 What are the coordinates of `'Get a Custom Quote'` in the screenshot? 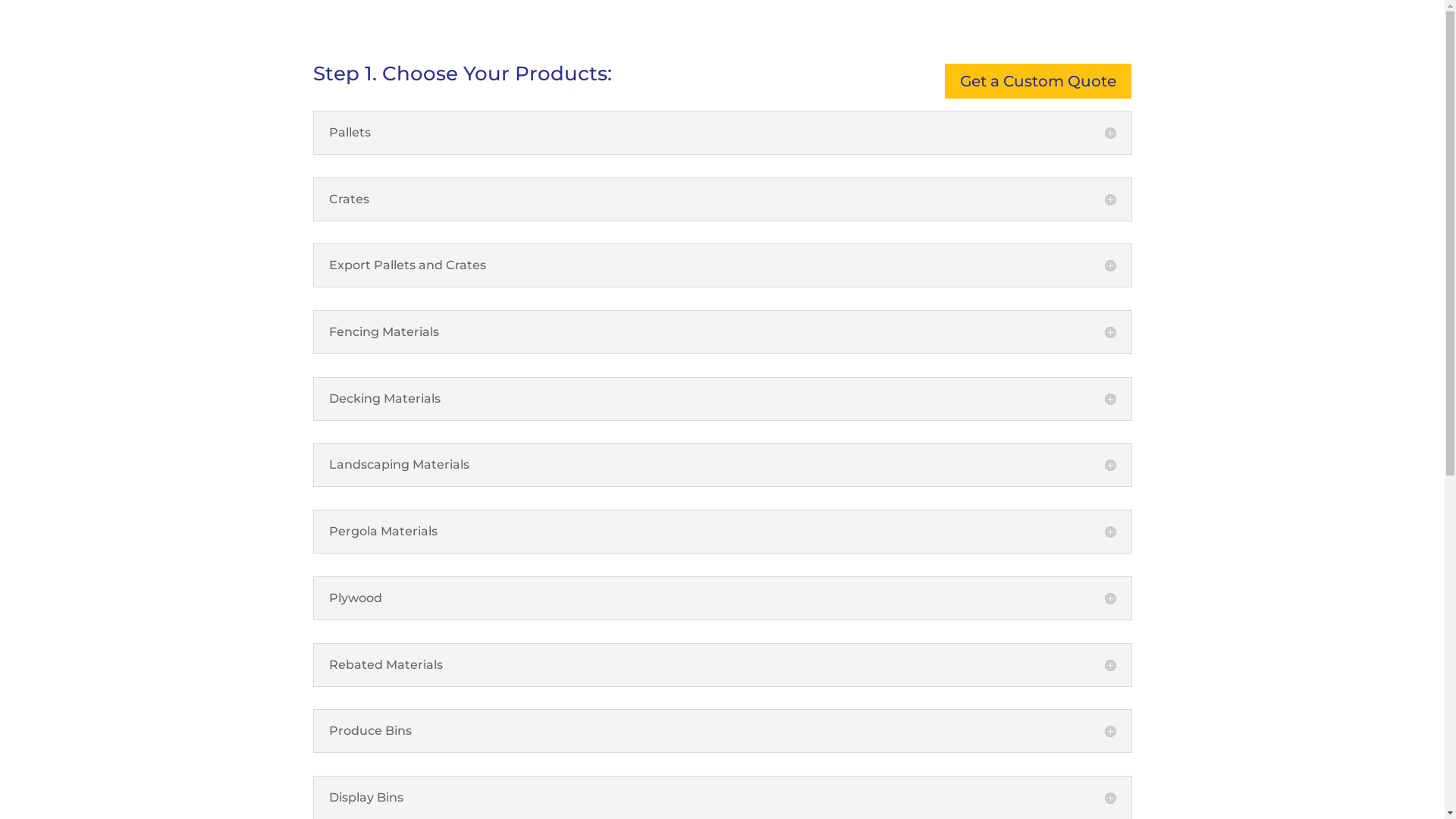 It's located at (1037, 81).